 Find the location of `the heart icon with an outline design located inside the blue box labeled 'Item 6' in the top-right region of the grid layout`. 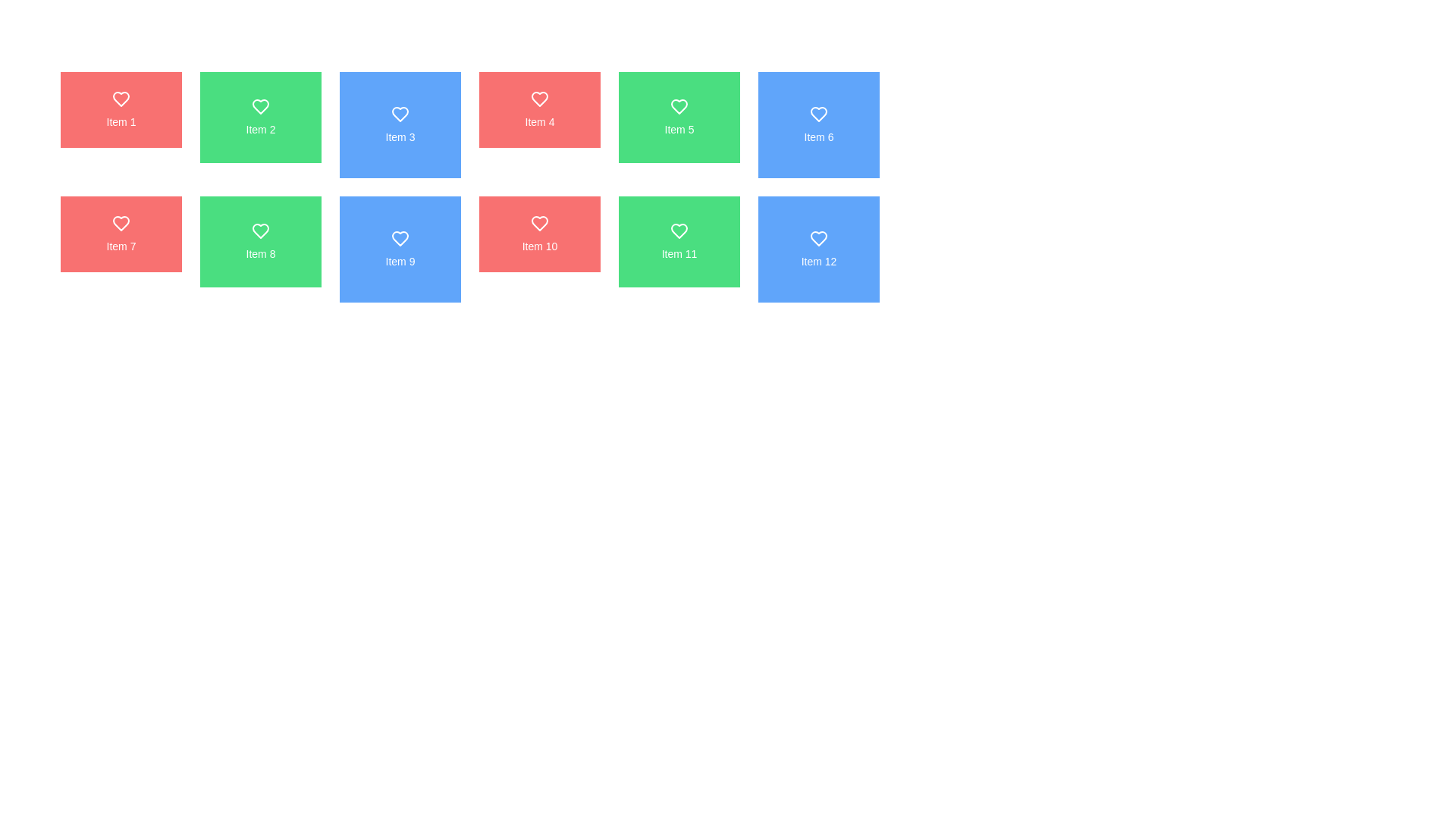

the heart icon with an outline design located inside the blue box labeled 'Item 6' in the top-right region of the grid layout is located at coordinates (818, 113).